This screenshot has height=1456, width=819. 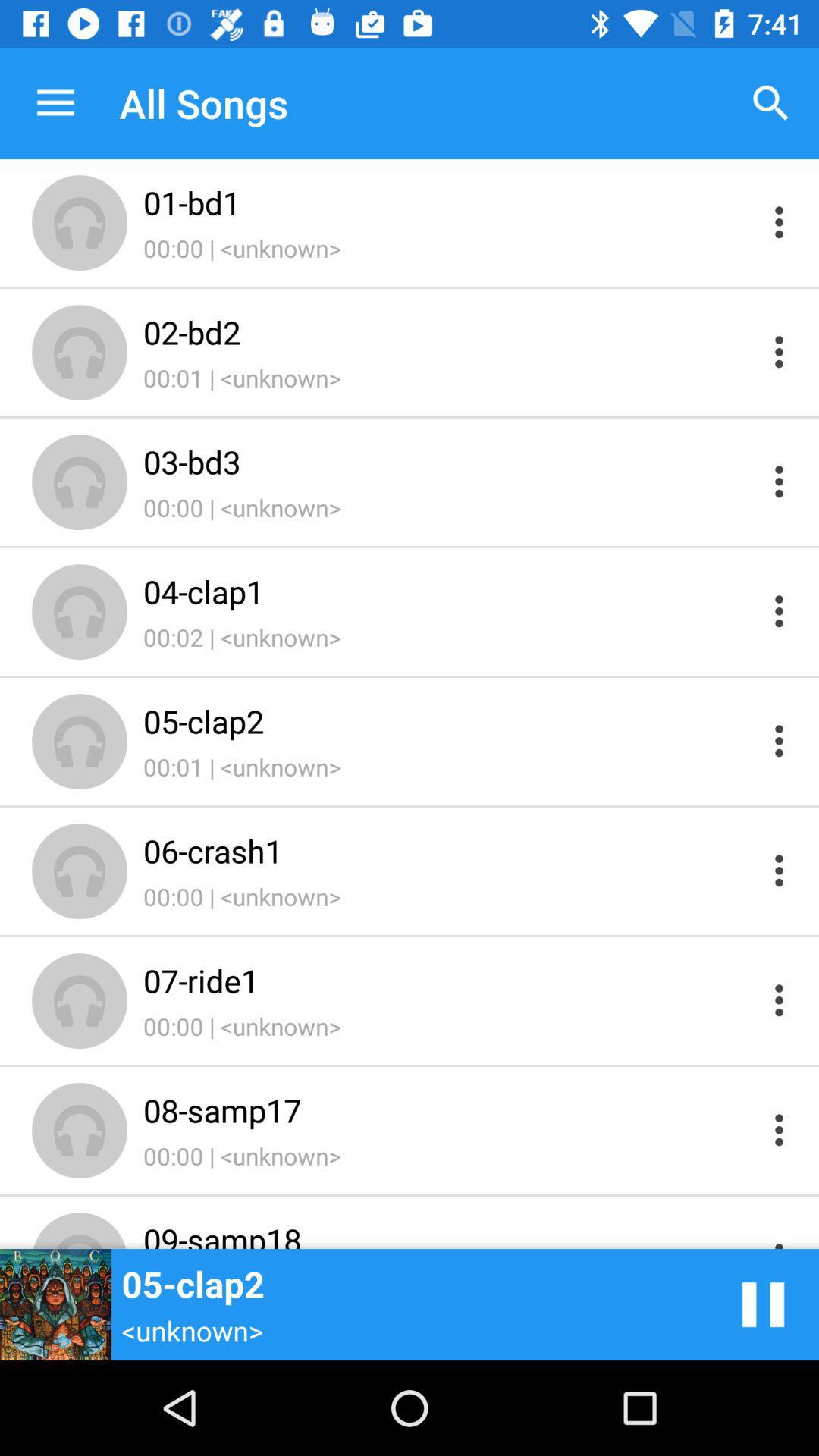 What do you see at coordinates (779, 871) in the screenshot?
I see `more information` at bounding box center [779, 871].